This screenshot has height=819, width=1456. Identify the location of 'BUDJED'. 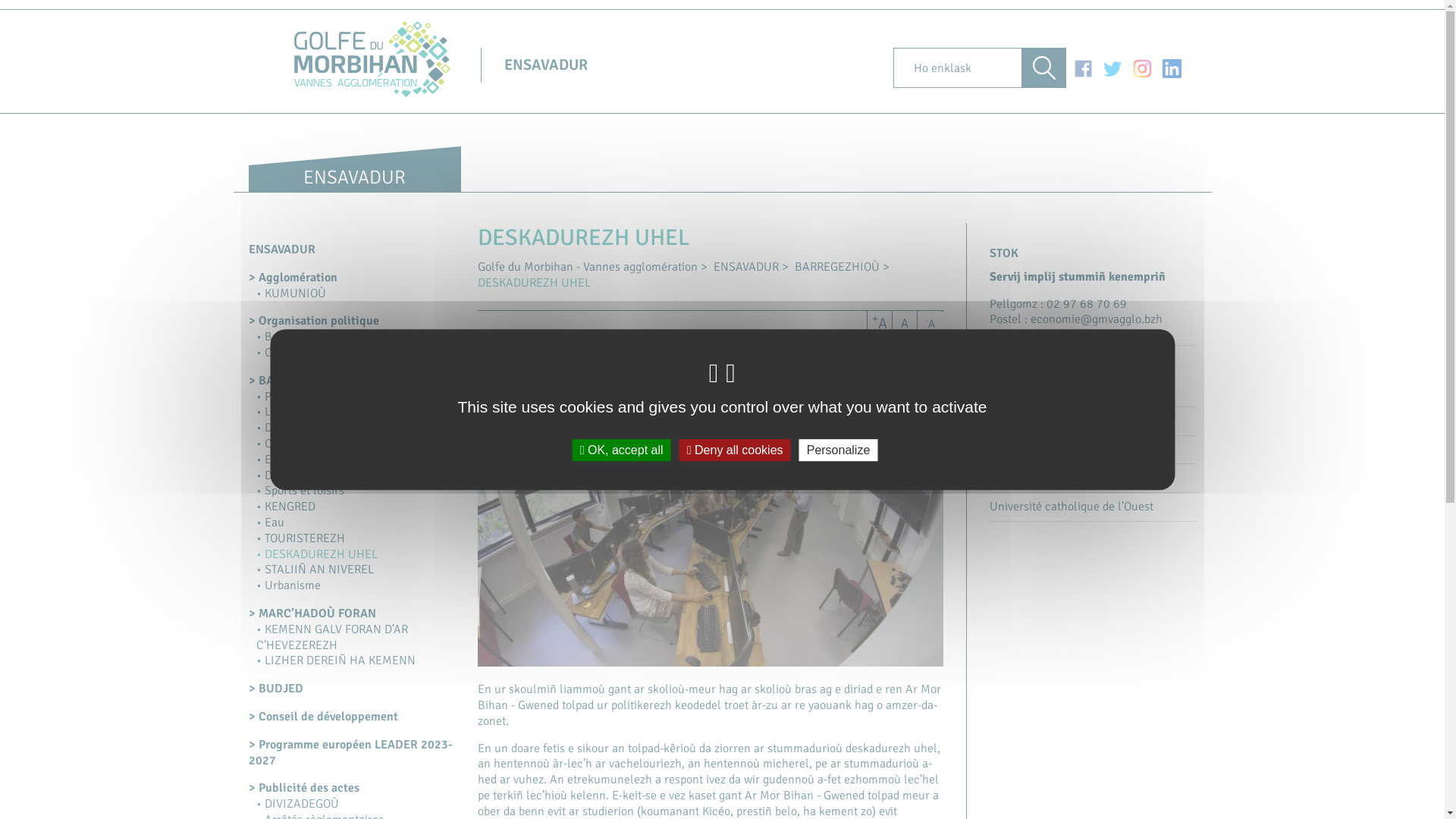
(276, 688).